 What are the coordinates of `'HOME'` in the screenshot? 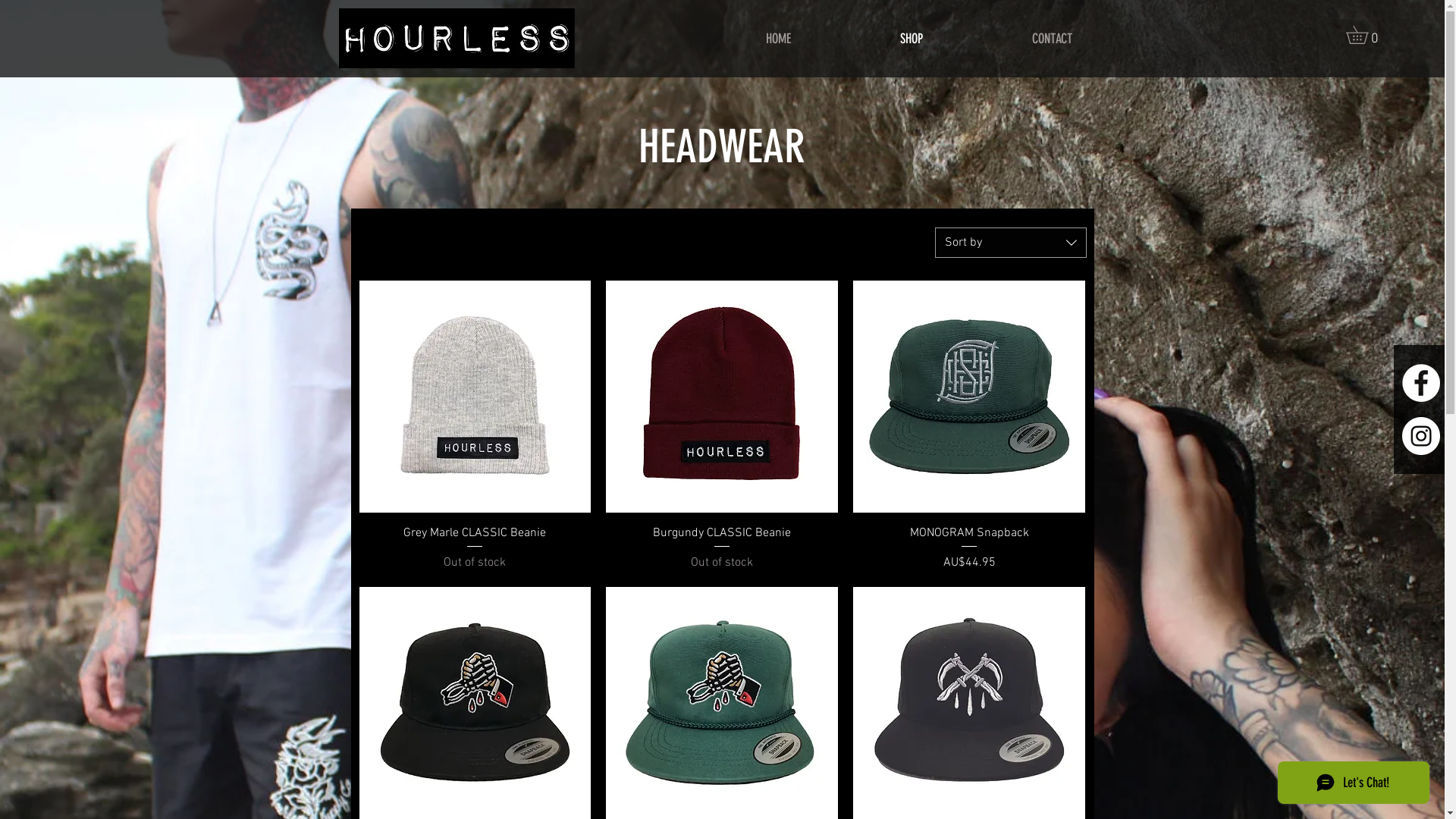 It's located at (778, 38).